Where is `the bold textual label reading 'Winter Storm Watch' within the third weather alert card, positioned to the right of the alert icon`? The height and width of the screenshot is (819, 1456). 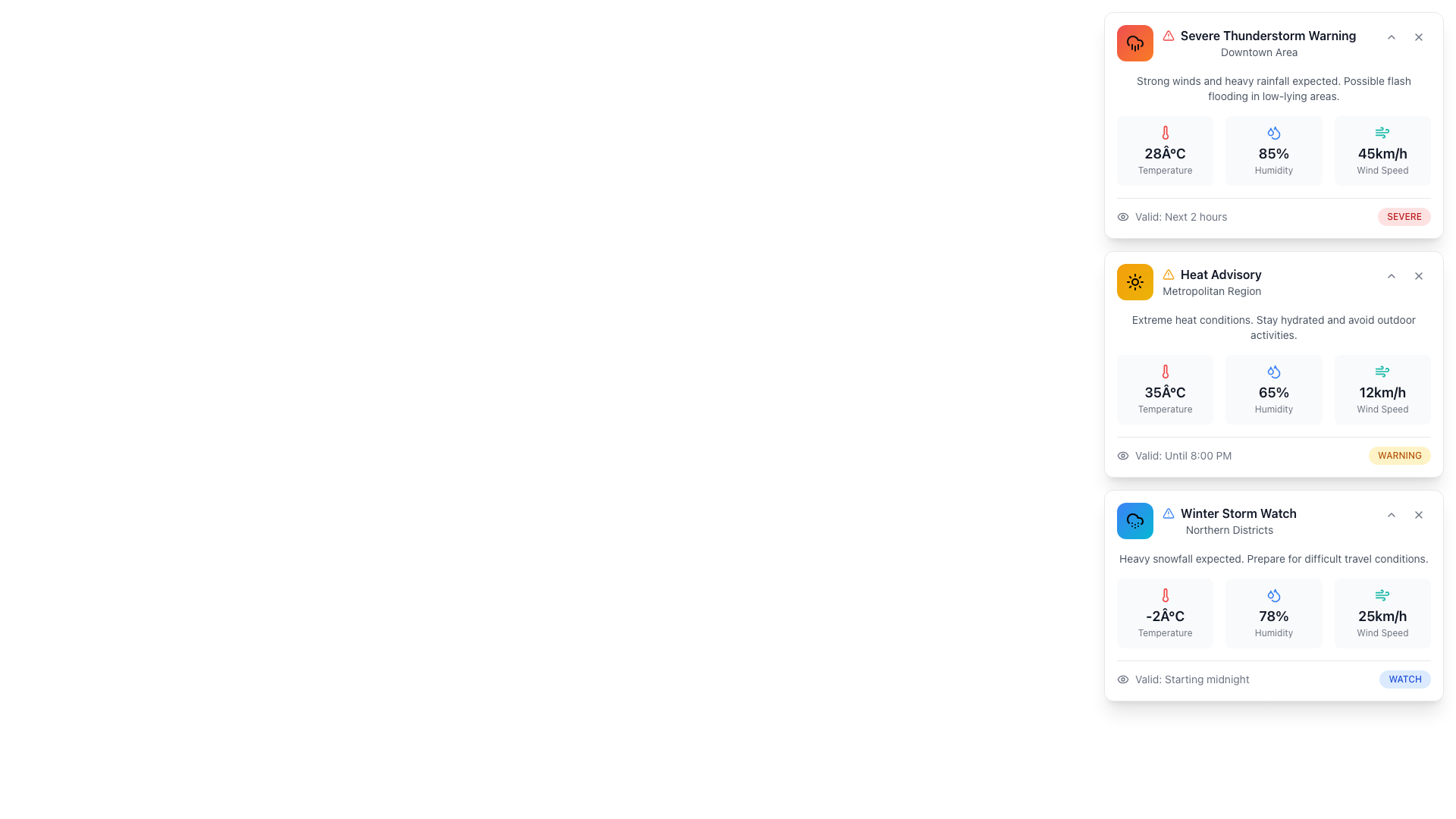
the bold textual label reading 'Winter Storm Watch' within the third weather alert card, positioned to the right of the alert icon is located at coordinates (1238, 513).